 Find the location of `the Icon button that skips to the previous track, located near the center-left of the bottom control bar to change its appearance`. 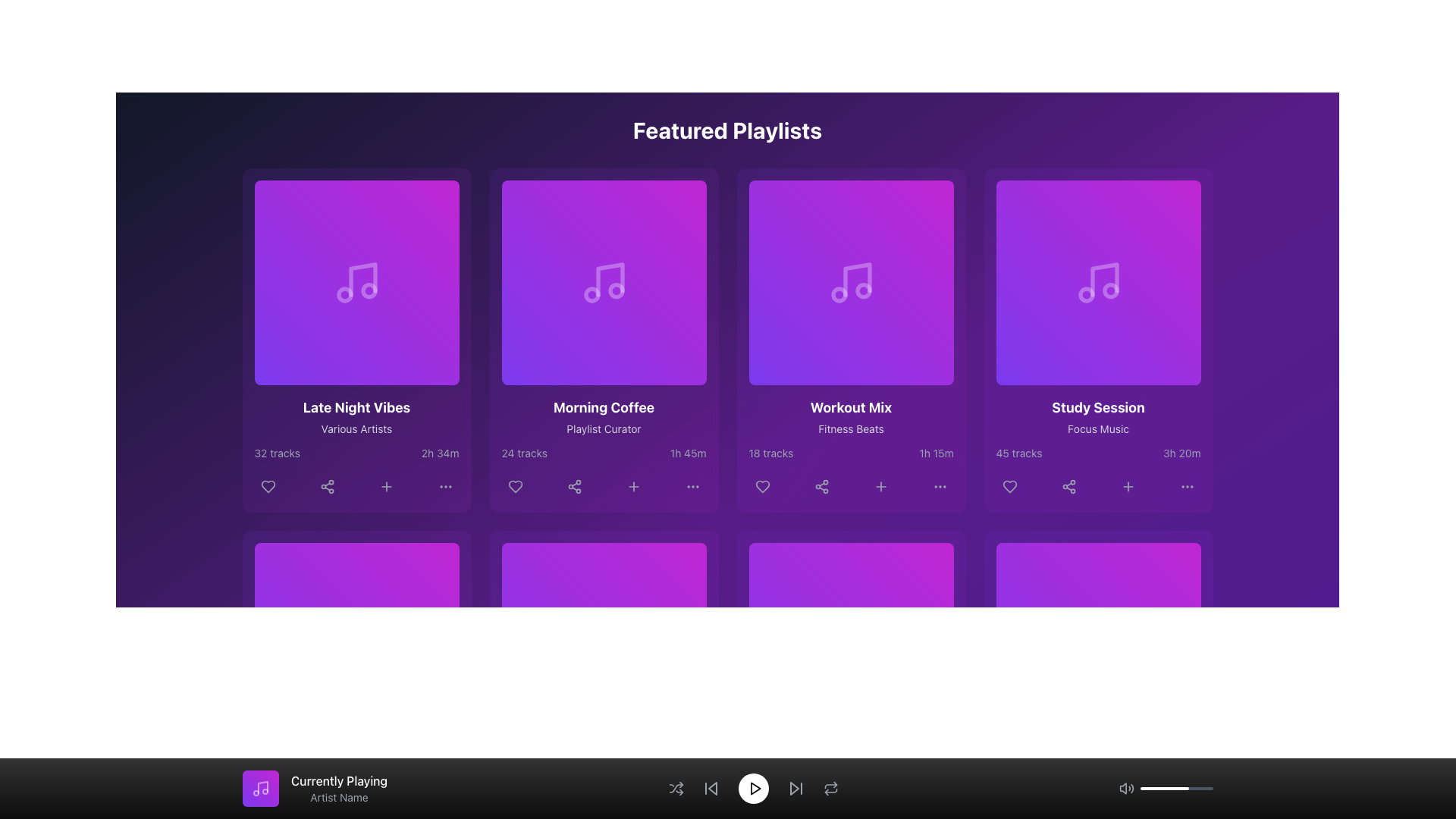

the Icon button that skips to the previous track, located near the center-left of the bottom control bar to change its appearance is located at coordinates (710, 788).